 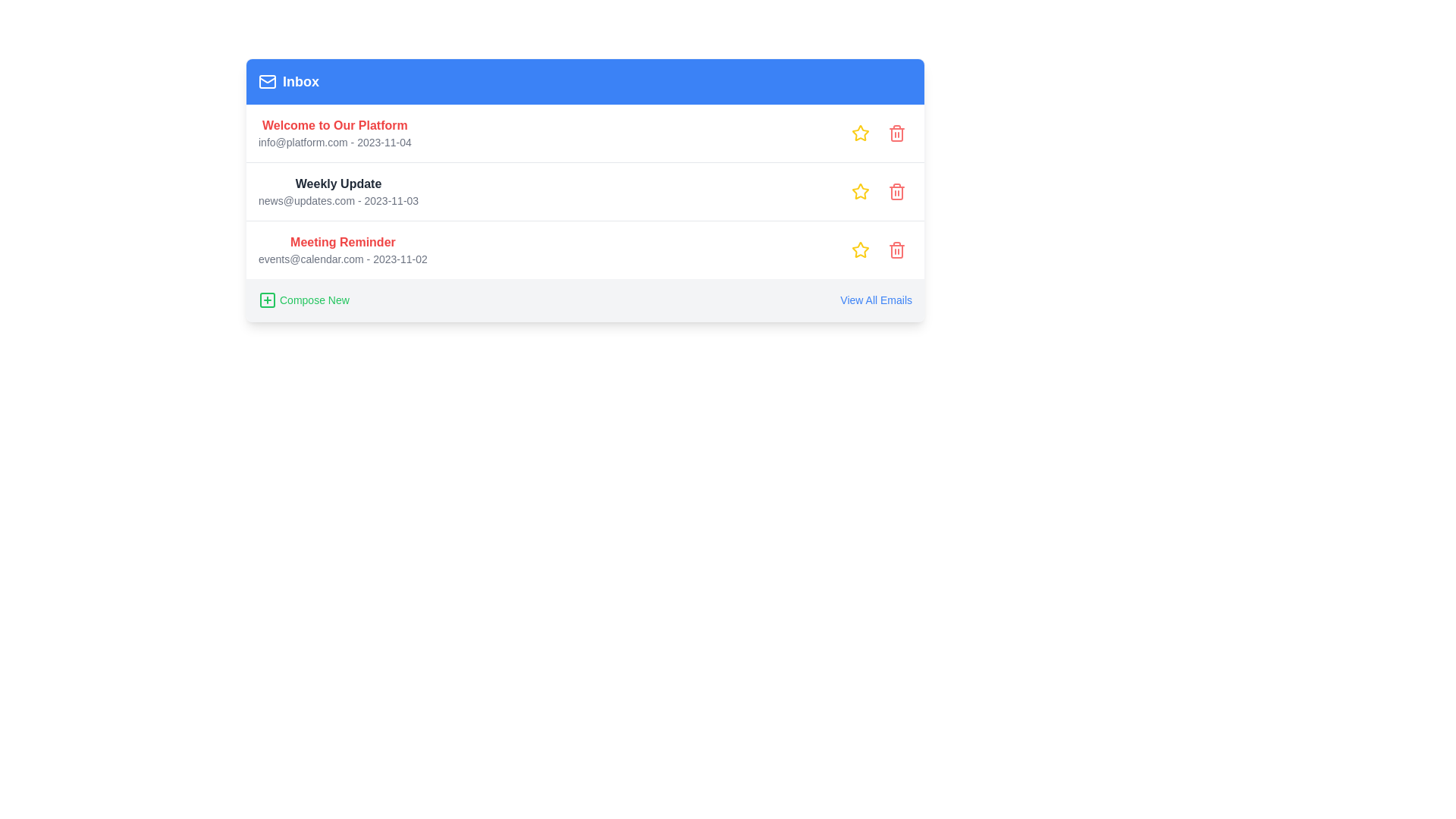 What do you see at coordinates (896, 191) in the screenshot?
I see `the red trash bin icon button` at bounding box center [896, 191].